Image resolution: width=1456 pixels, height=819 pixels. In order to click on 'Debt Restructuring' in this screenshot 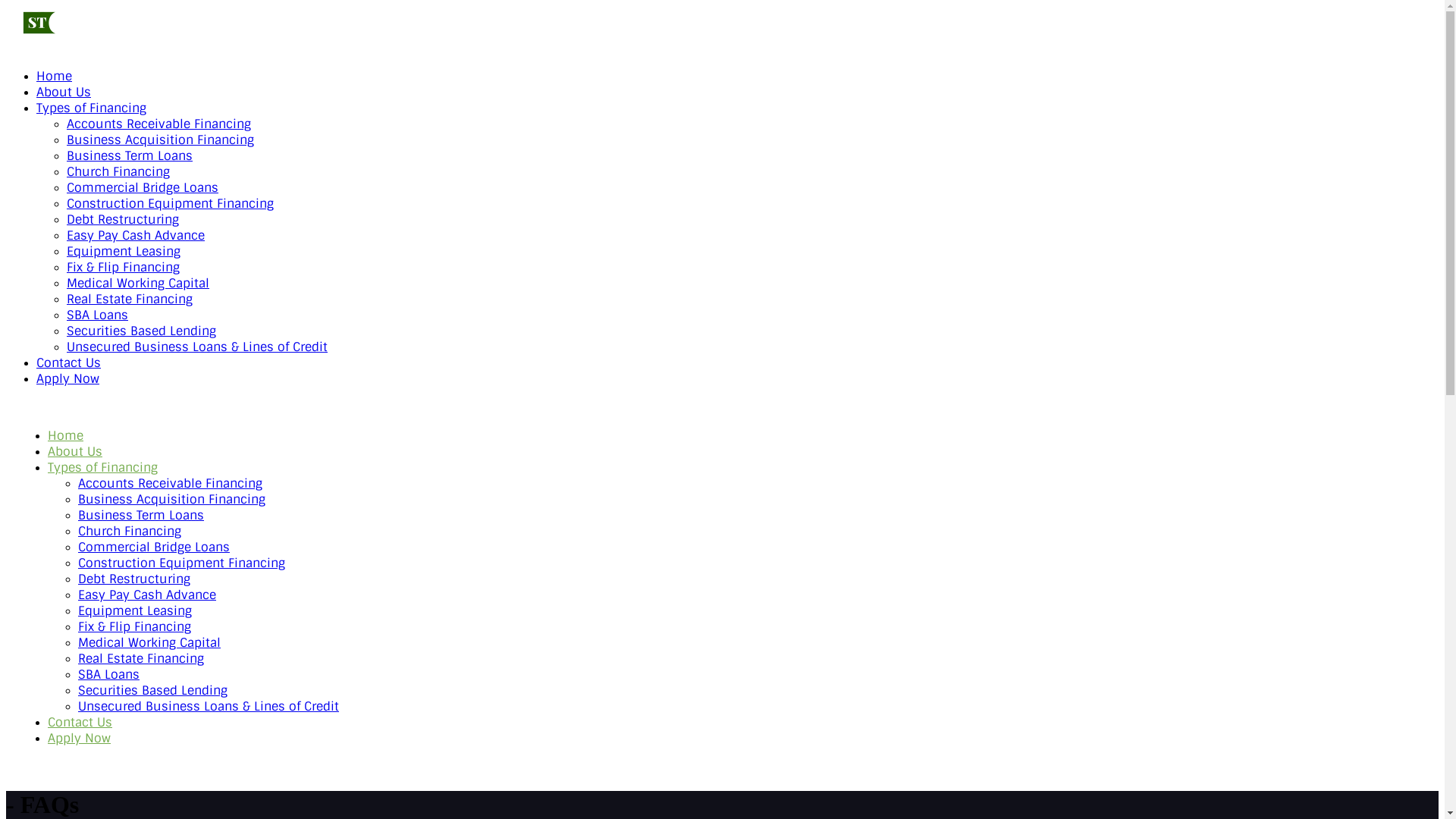, I will do `click(65, 219)`.